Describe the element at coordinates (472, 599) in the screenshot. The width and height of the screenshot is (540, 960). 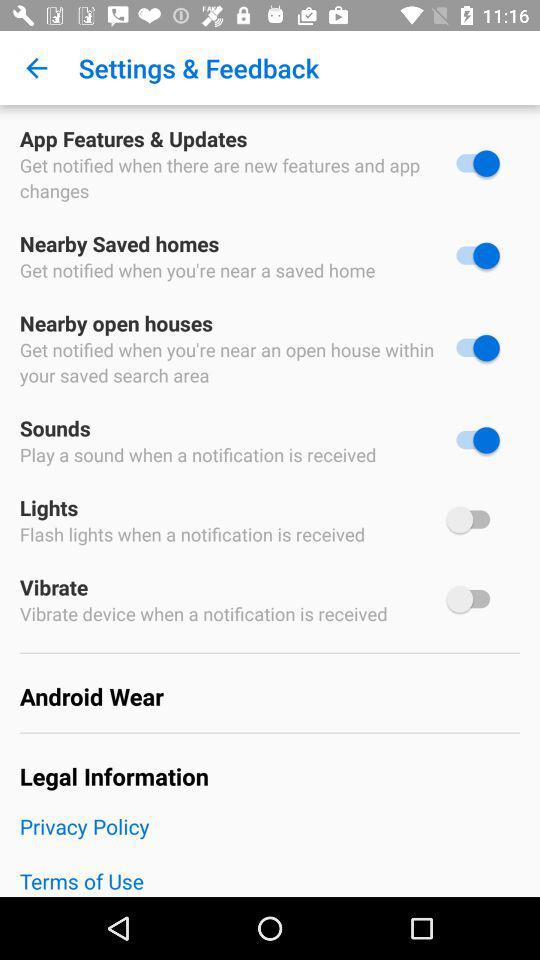
I see `enable vibration` at that location.